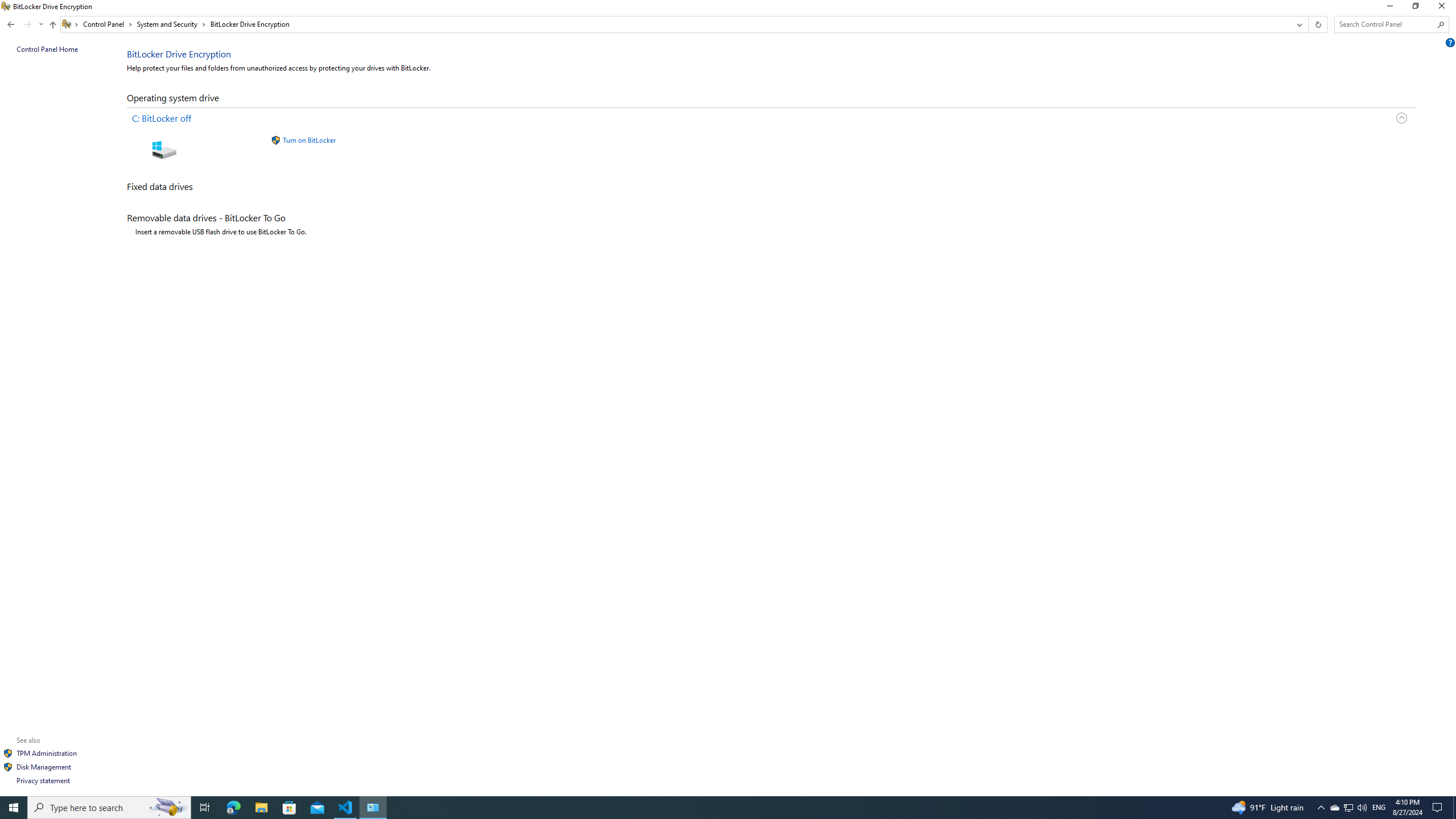  I want to click on 'Type here to search', so click(14, 806).